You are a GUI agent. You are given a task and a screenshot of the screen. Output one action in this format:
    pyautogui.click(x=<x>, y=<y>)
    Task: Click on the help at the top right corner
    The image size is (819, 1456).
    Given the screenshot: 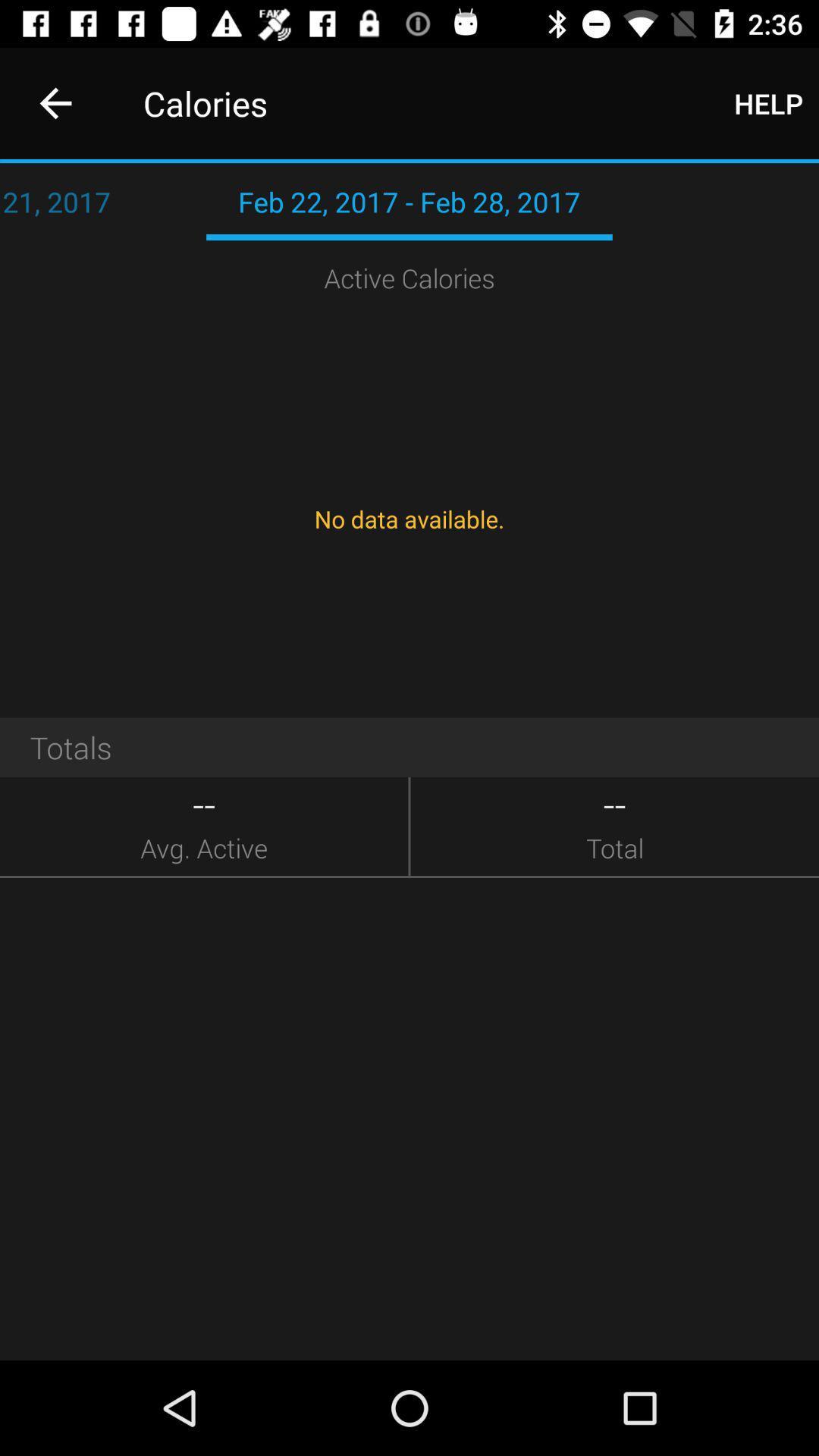 What is the action you would take?
    pyautogui.click(x=768, y=102)
    